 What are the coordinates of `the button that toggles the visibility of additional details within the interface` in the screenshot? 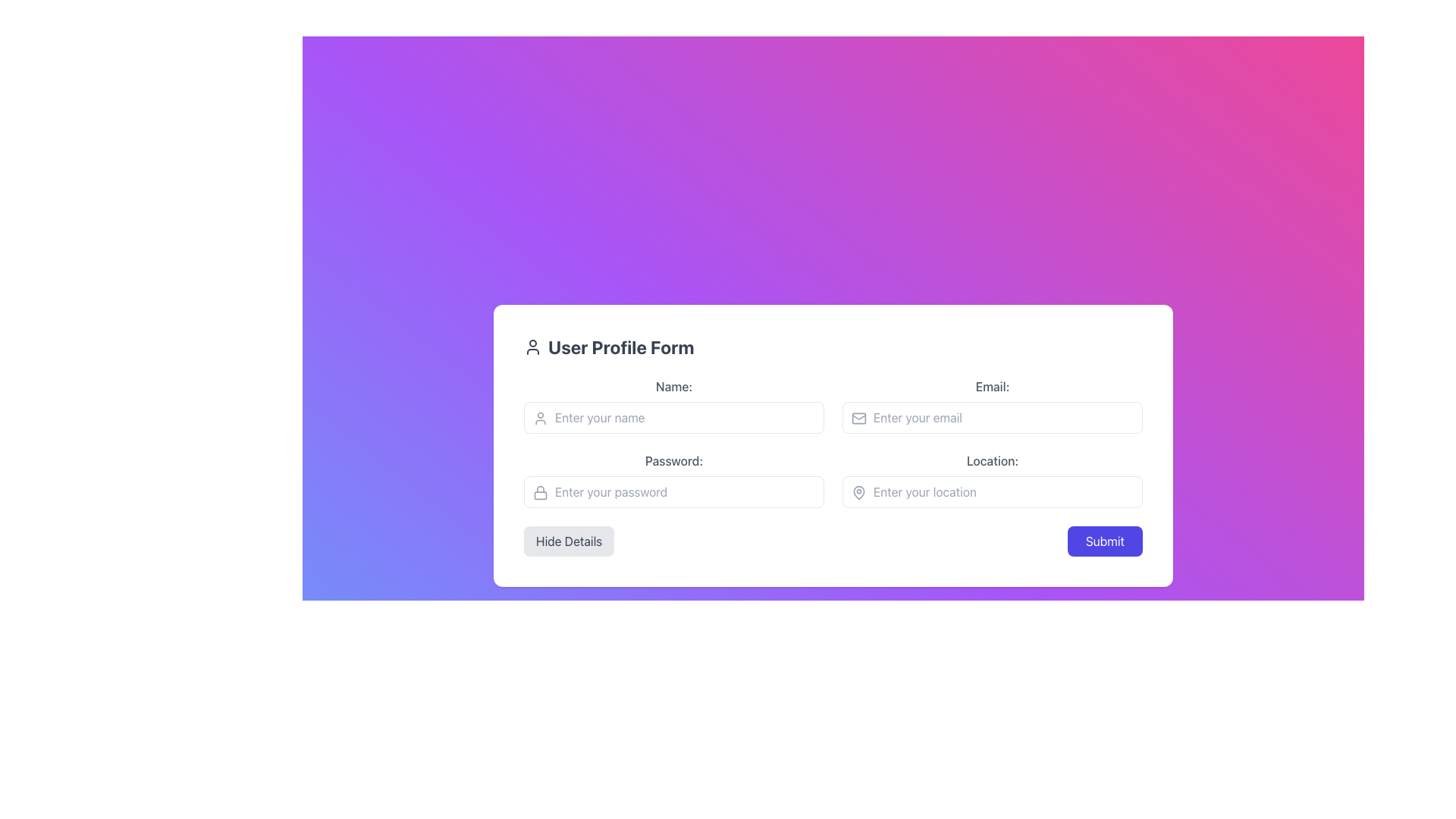 It's located at (568, 540).